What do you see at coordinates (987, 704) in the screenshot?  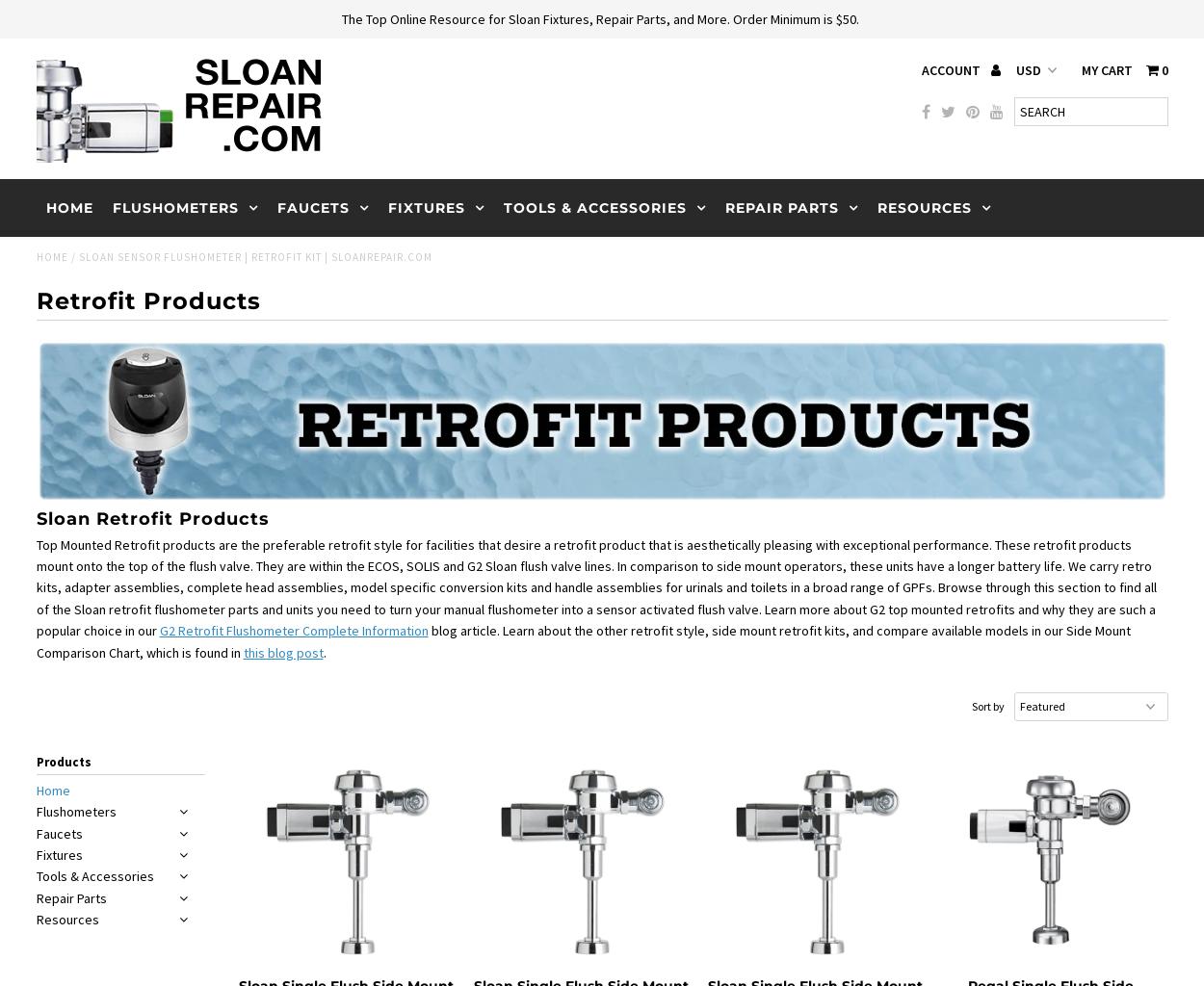 I see `'Sort by'` at bounding box center [987, 704].